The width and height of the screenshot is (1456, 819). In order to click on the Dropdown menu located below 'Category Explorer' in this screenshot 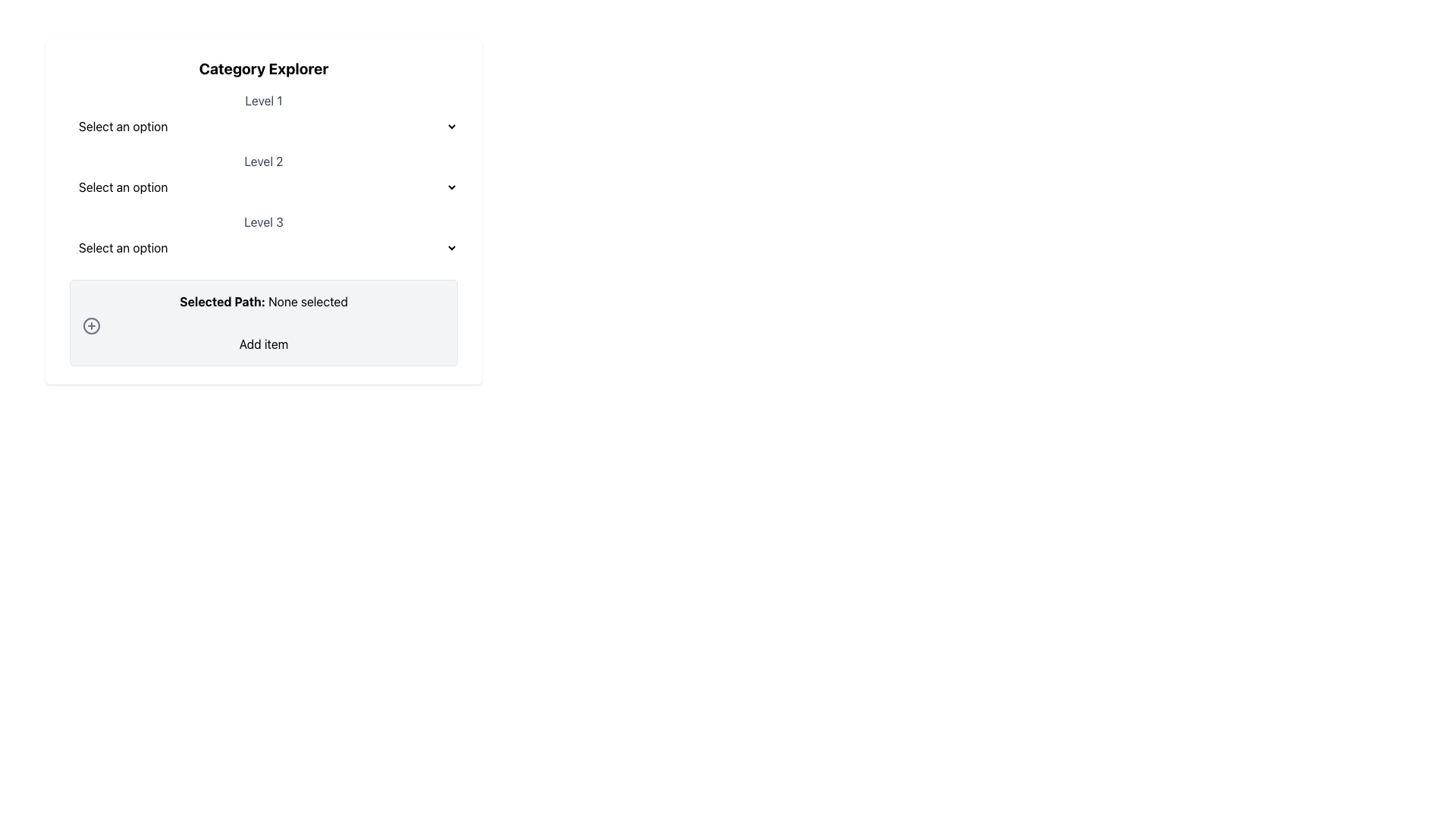, I will do `click(263, 115)`.